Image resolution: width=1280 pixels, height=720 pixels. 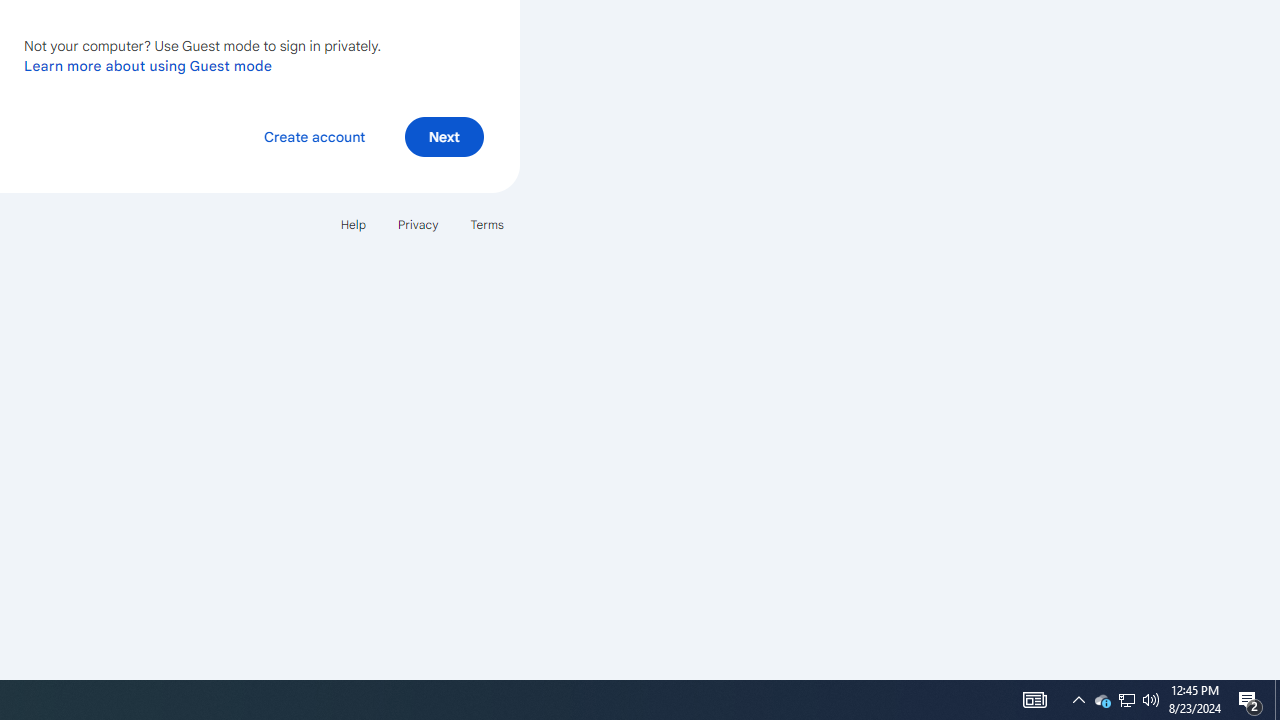 I want to click on 'Next', so click(x=443, y=135).